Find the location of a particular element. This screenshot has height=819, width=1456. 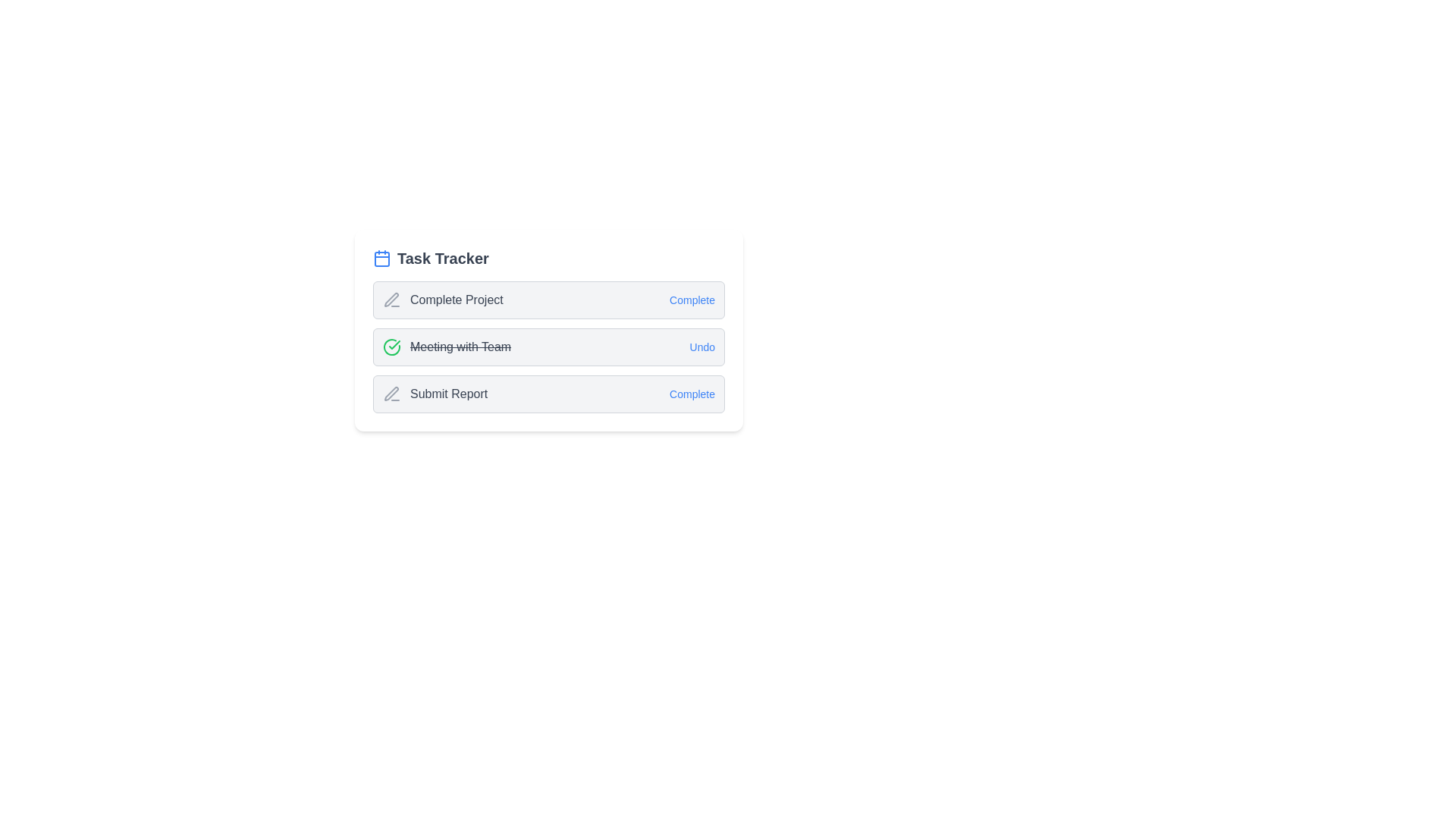

the pen icon next to the 'Submit Report' text is located at coordinates (392, 394).